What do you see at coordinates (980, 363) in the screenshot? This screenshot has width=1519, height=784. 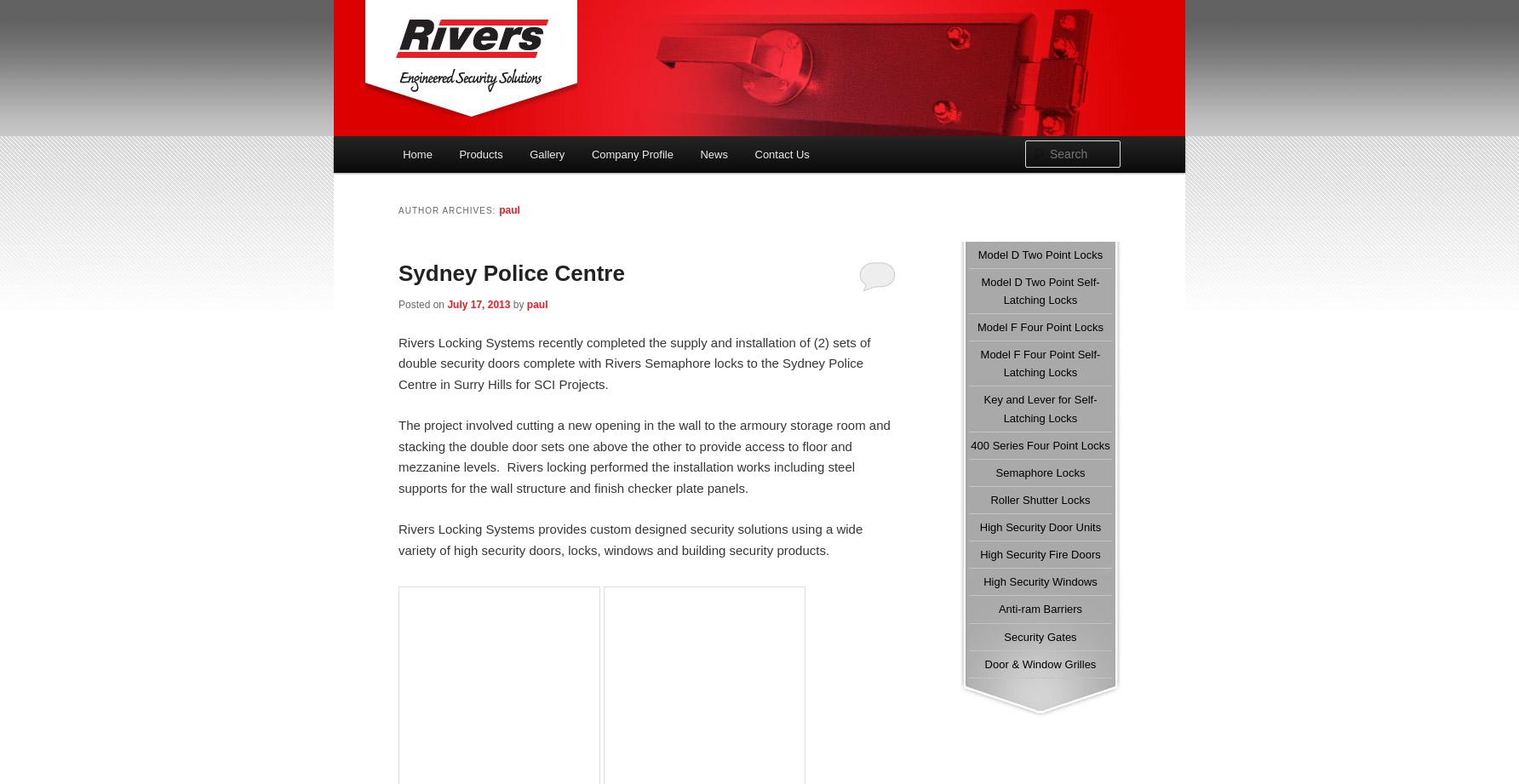 I see `'Model F Four Point Self-Latching Locks'` at bounding box center [980, 363].